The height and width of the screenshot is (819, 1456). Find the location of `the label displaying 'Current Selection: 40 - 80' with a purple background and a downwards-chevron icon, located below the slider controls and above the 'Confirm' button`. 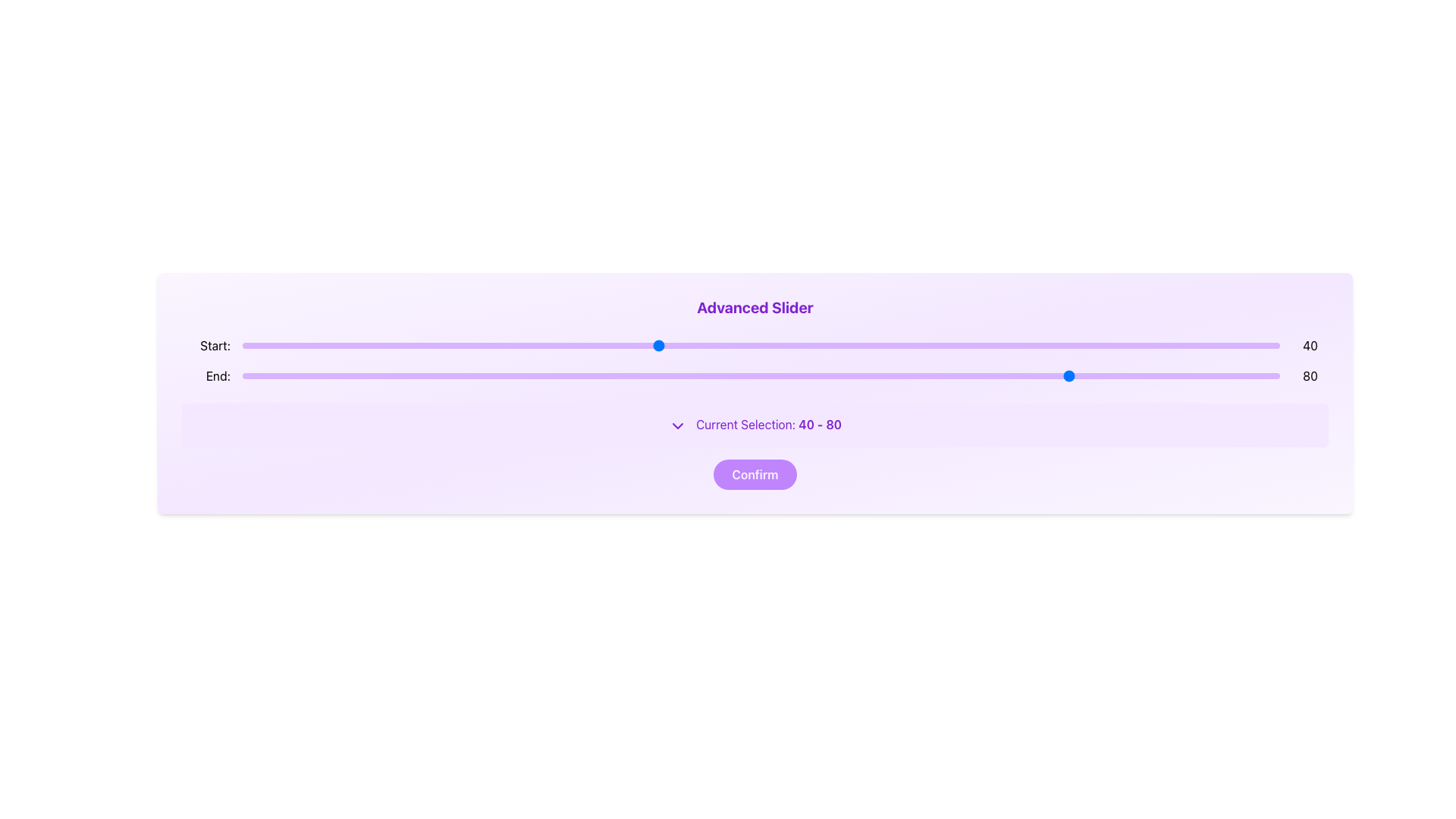

the label displaying 'Current Selection: 40 - 80' with a purple background and a downwards-chevron icon, located below the slider controls and above the 'Confirm' button is located at coordinates (755, 424).